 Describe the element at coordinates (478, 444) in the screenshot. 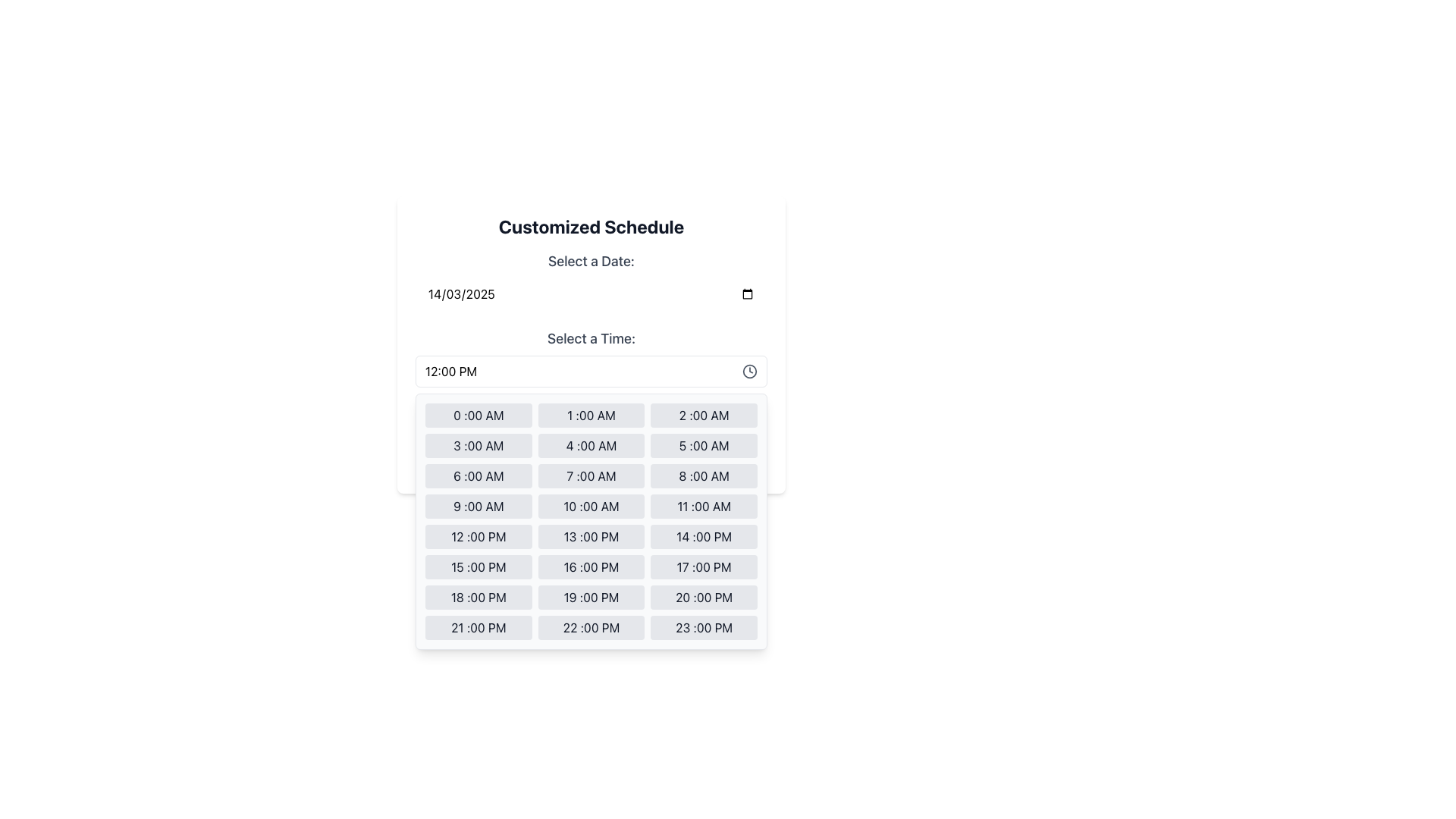

I see `the rectangular button labeled '3 :00 AM'` at that location.